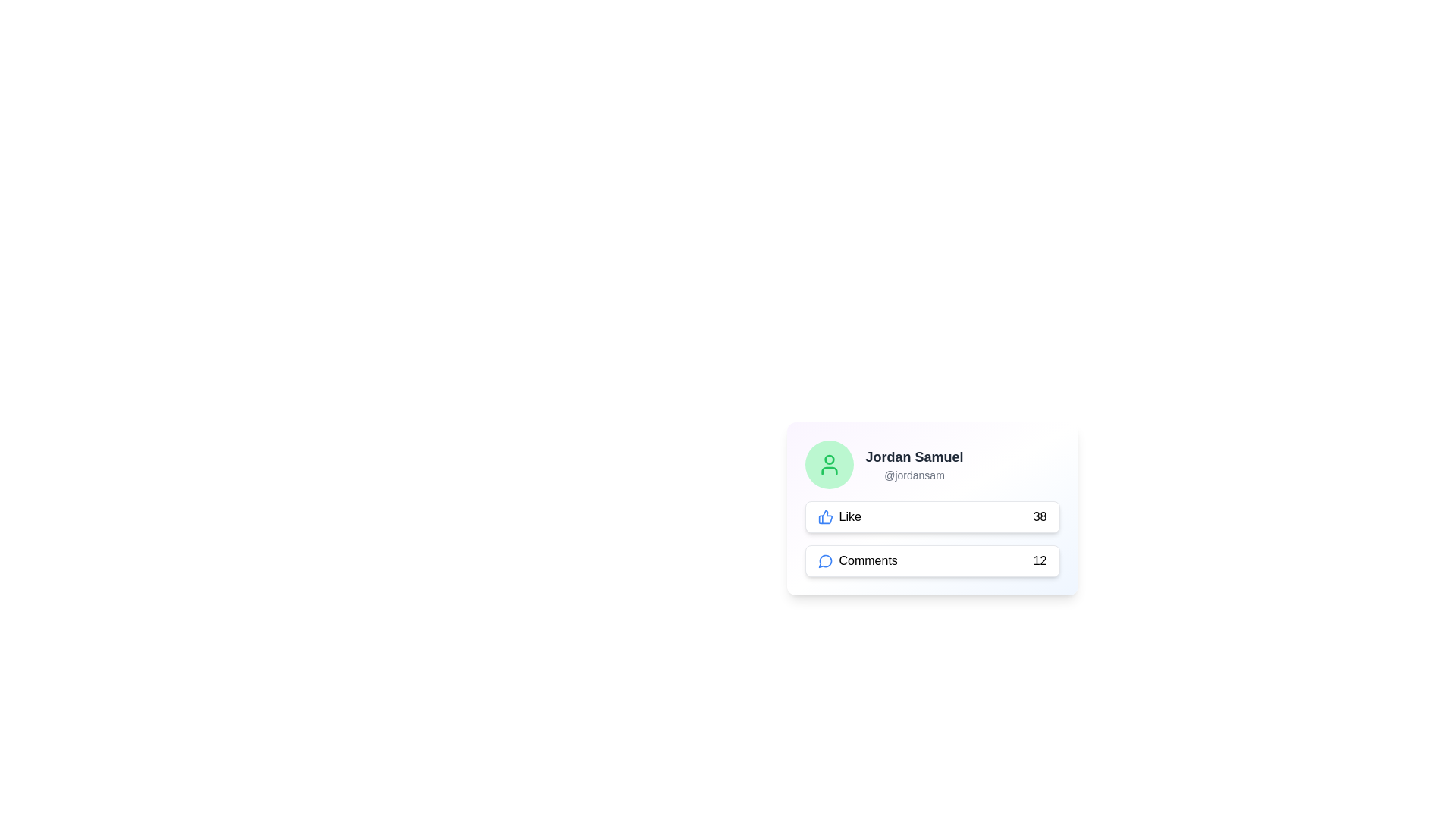  What do you see at coordinates (828, 464) in the screenshot?
I see `the user icon, which is an outline of a person within a circular green border, located in the upper-left area of the user card section above the text 'Jordan Samuel' and '@jordansam'` at bounding box center [828, 464].